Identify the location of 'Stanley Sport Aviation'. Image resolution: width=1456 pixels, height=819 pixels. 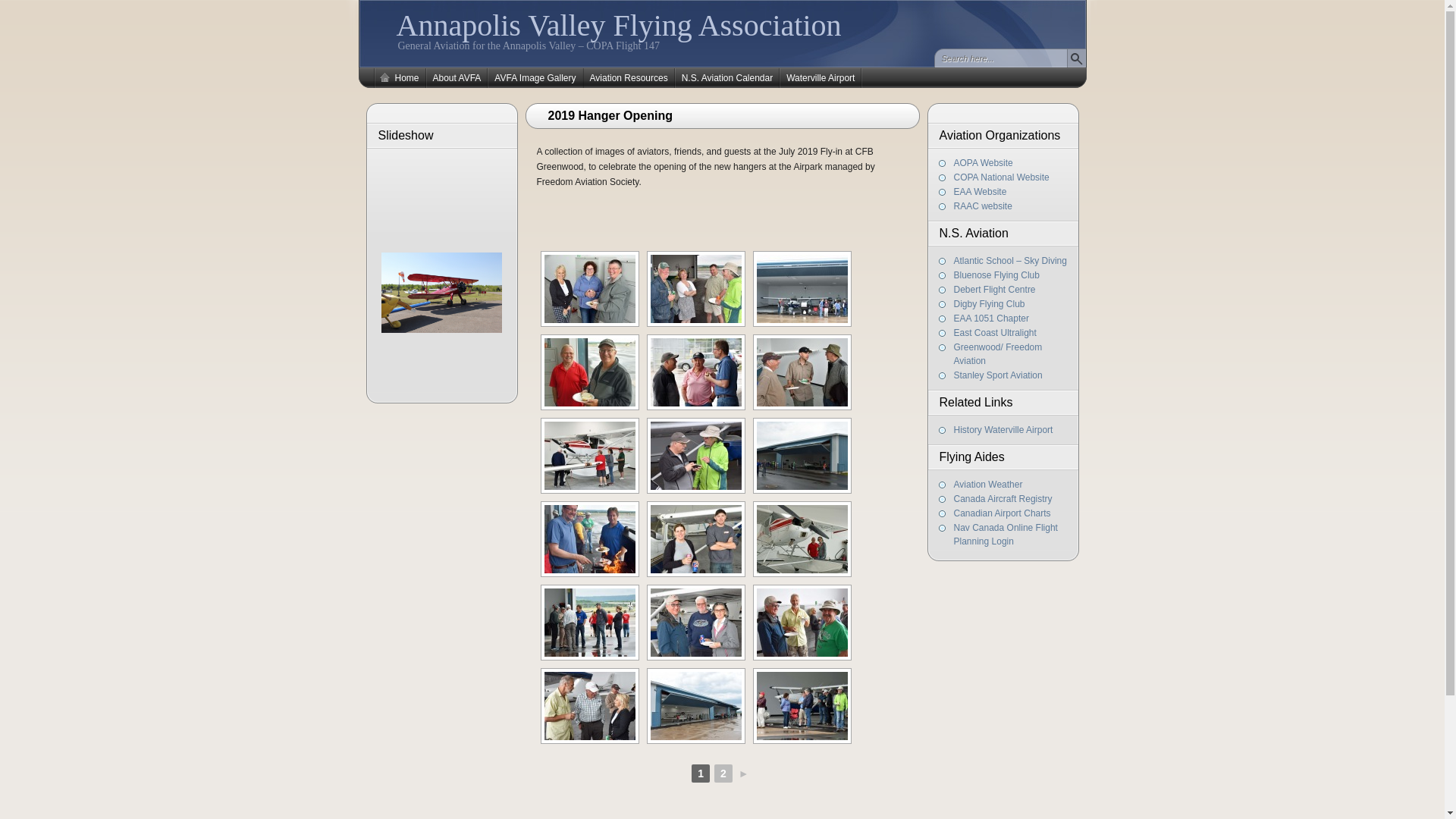
(952, 375).